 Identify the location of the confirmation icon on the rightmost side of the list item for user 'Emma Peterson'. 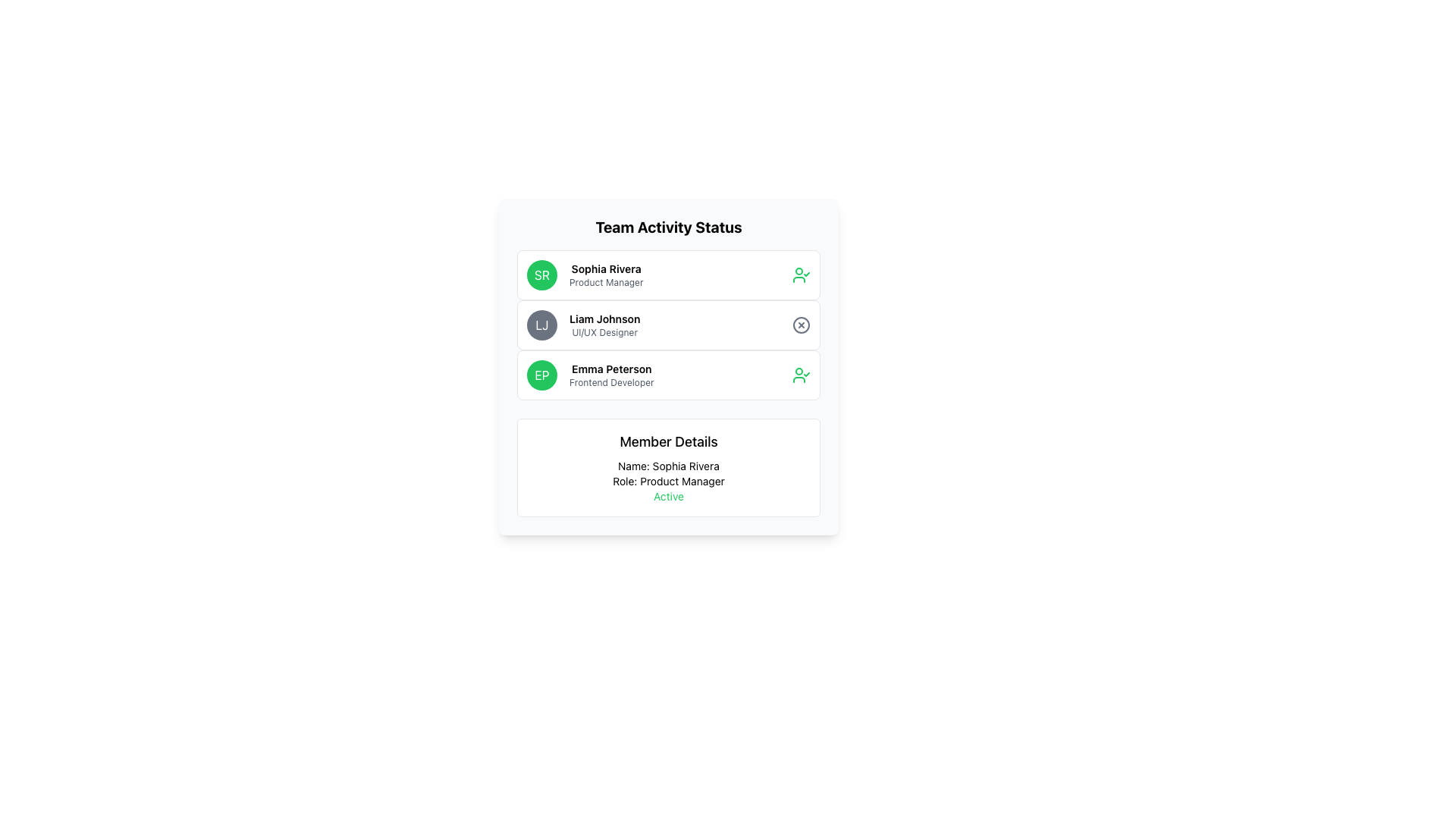
(800, 375).